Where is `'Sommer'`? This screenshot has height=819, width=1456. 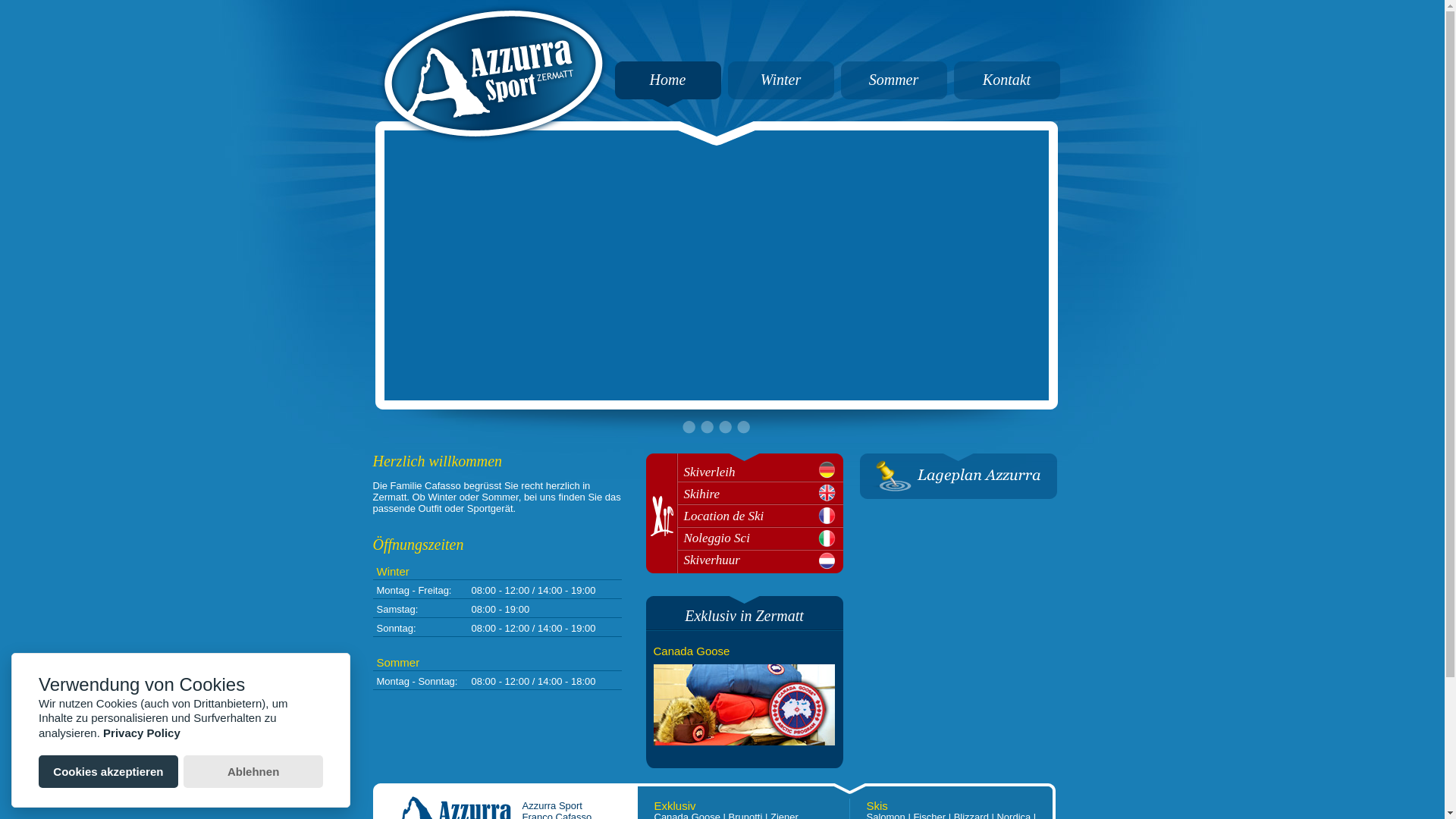 'Sommer' is located at coordinates (894, 79).